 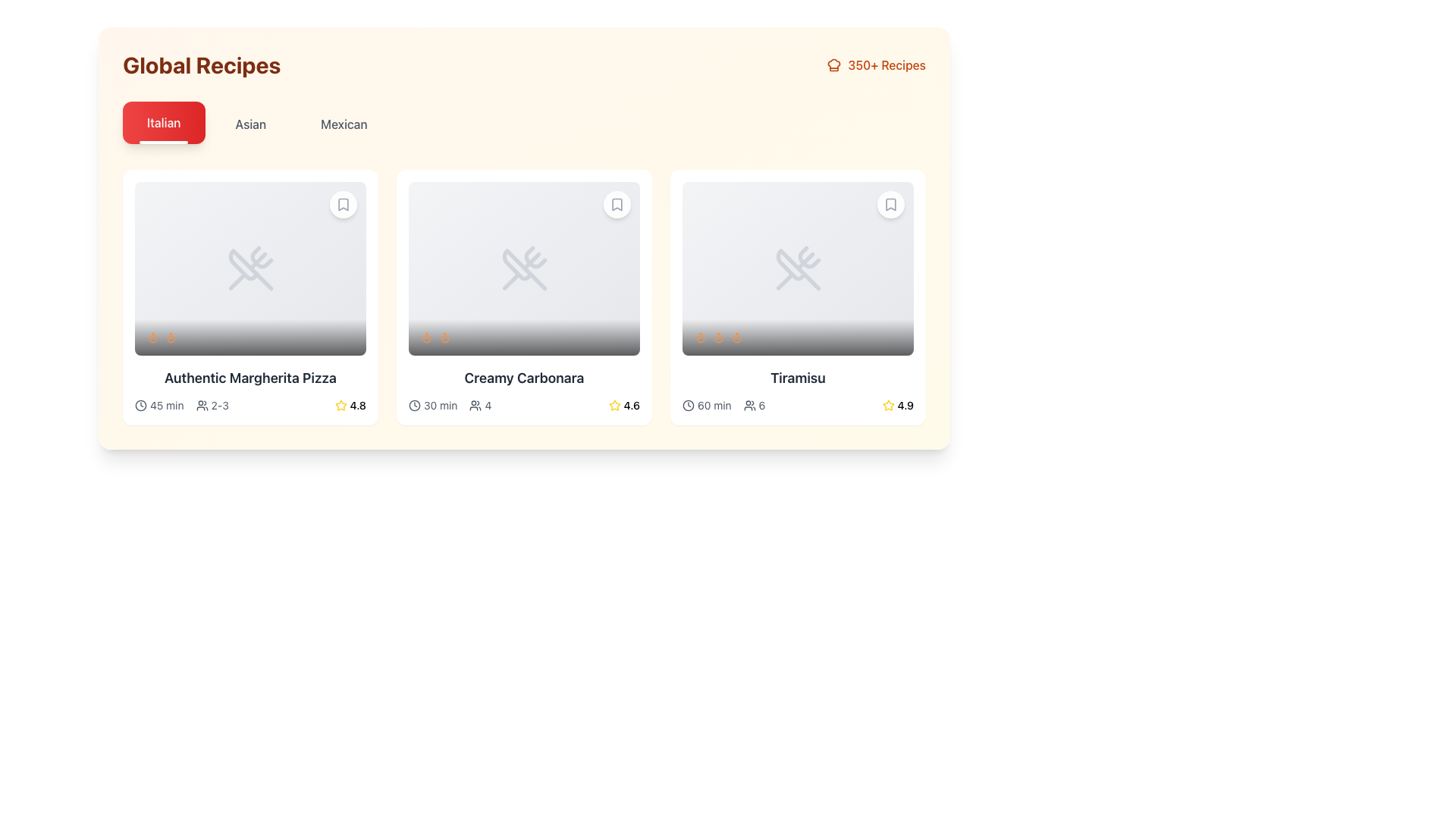 I want to click on the flame icon with an orange outline located beneath the image on the Tiramisu recipe card, which is the third in a series of similar icons, so click(x=736, y=335).